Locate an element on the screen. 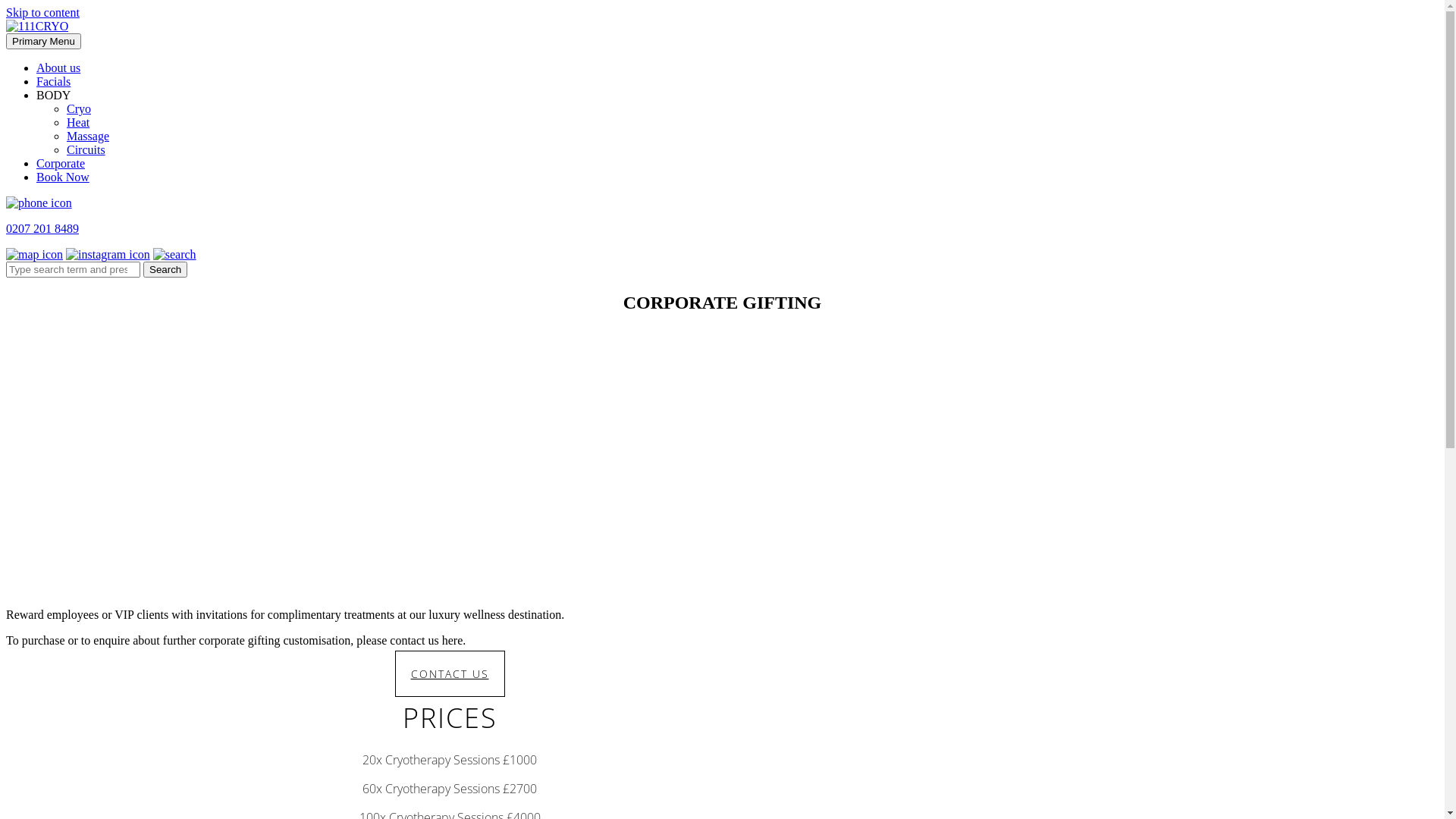 The height and width of the screenshot is (819, 1456). '0207 201 8489' is located at coordinates (6, 228).